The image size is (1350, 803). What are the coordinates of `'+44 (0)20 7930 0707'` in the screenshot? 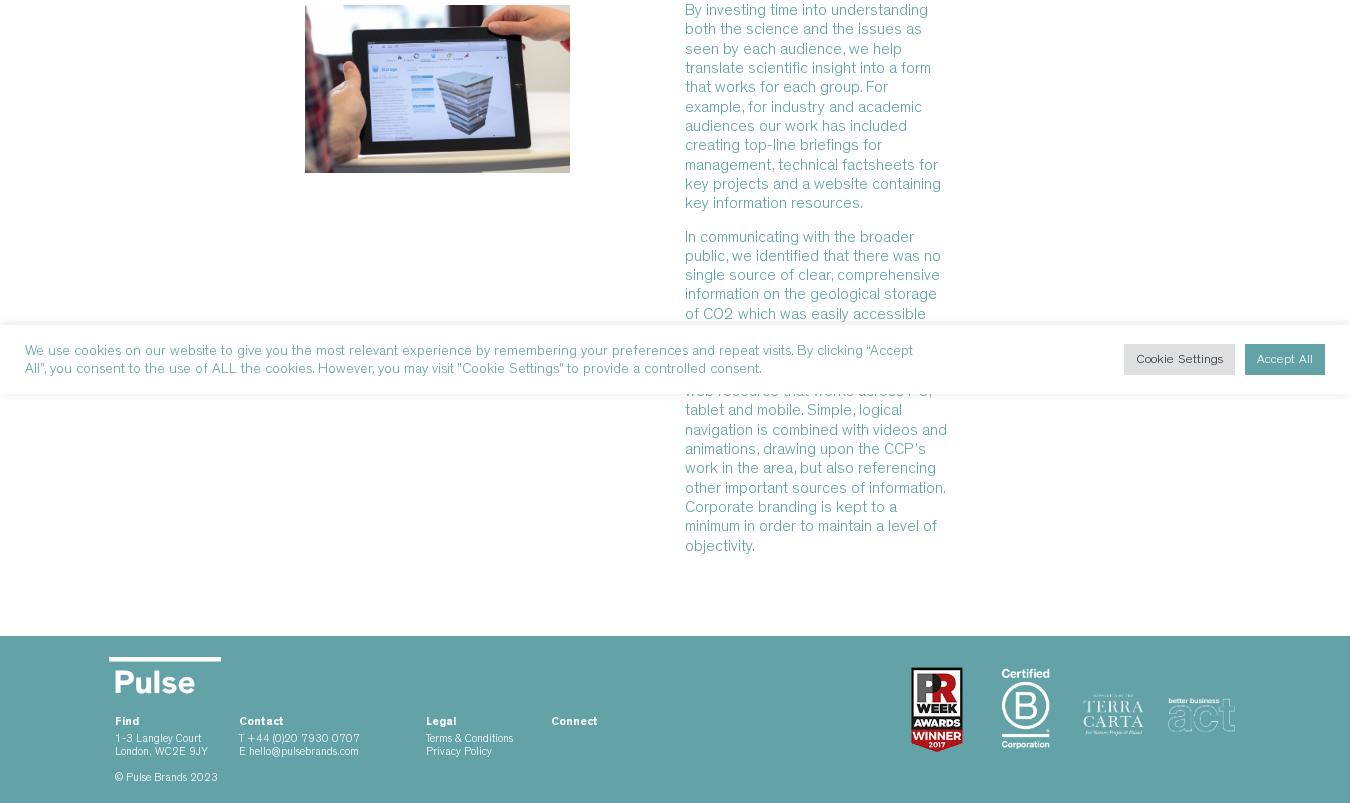 It's located at (302, 737).